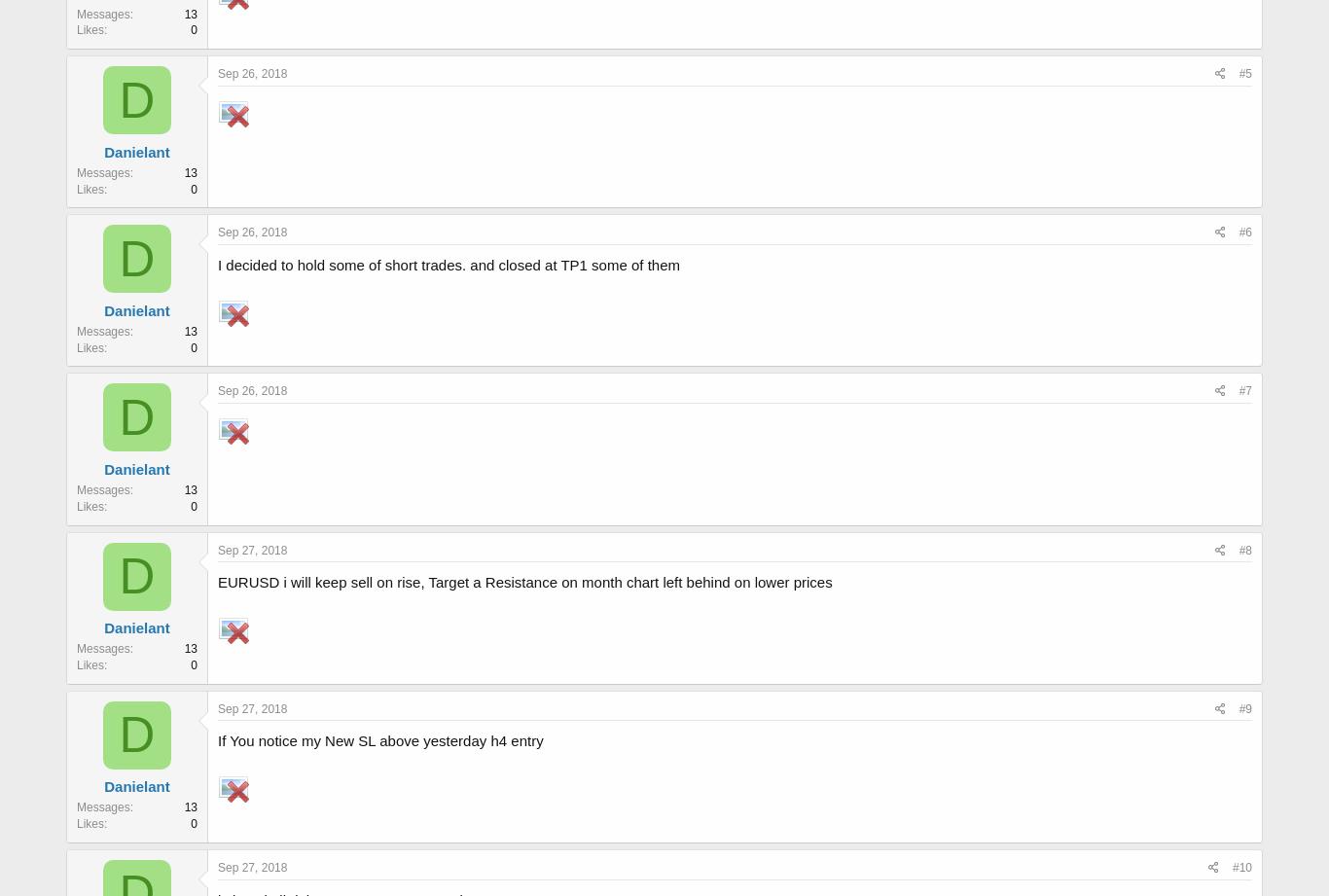 The width and height of the screenshot is (1329, 896). Describe the element at coordinates (1240, 865) in the screenshot. I see `'#10'` at that location.